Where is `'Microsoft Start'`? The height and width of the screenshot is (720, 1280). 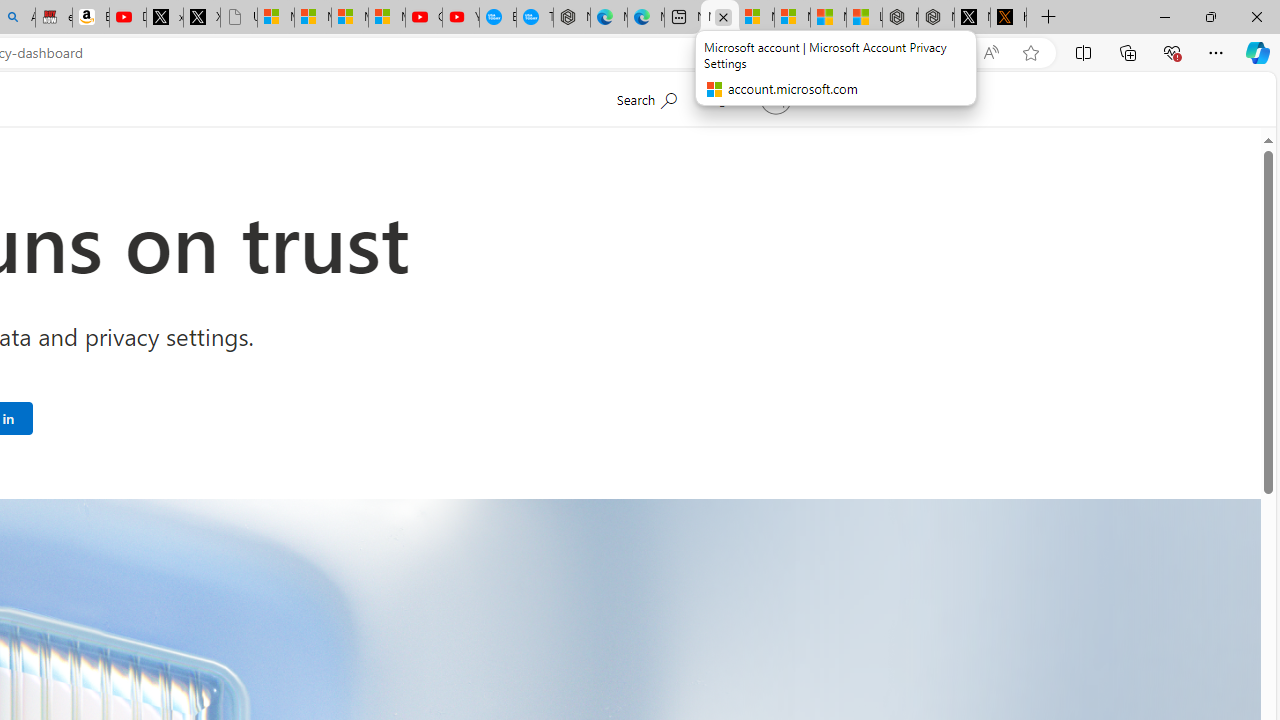 'Microsoft Start' is located at coordinates (828, 17).